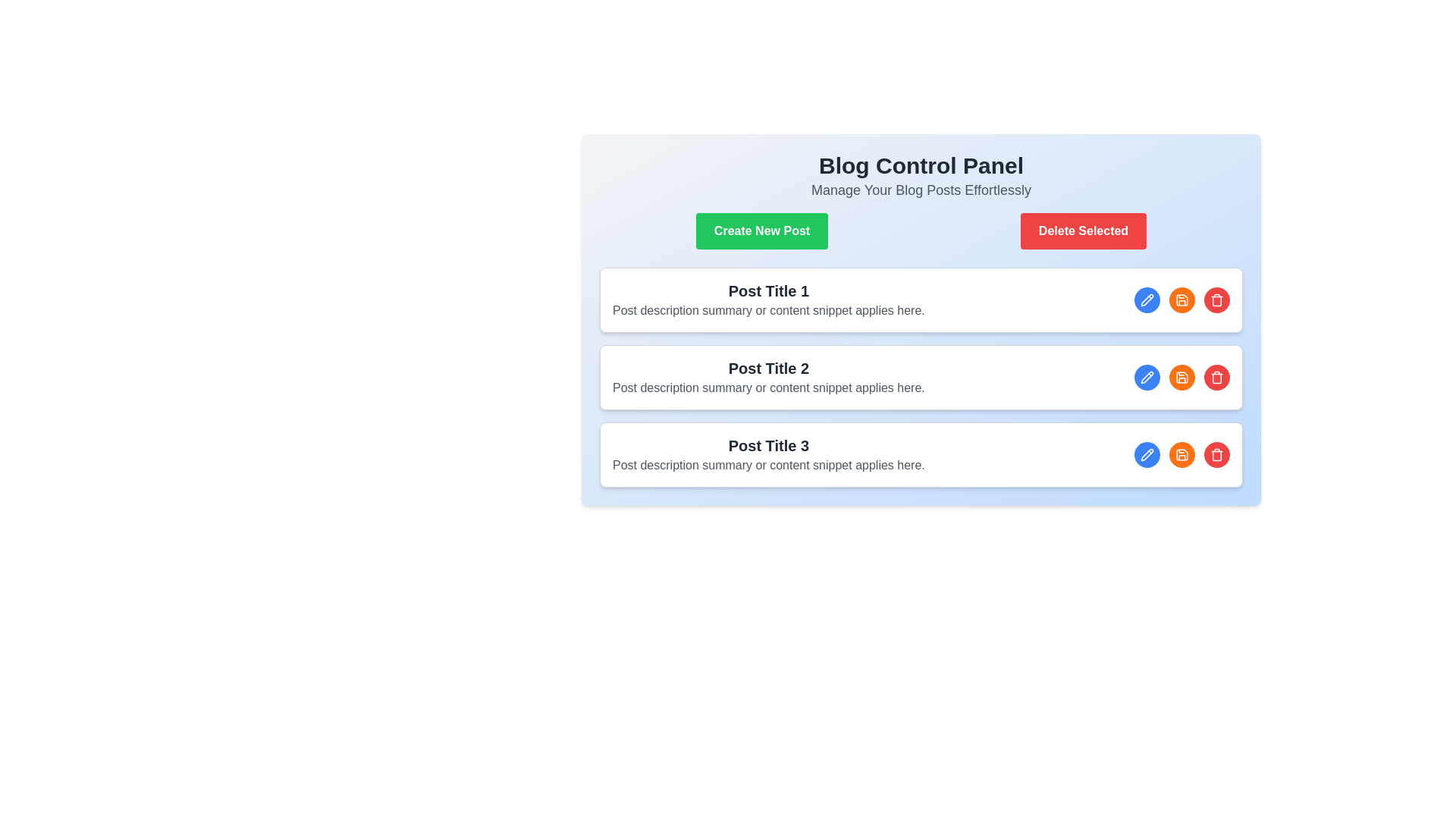 The width and height of the screenshot is (1456, 819). I want to click on the save button located between the edit and delete buttons at the end of the 'Post Title 3' blog post card to interact with its hover effect, so click(1181, 454).